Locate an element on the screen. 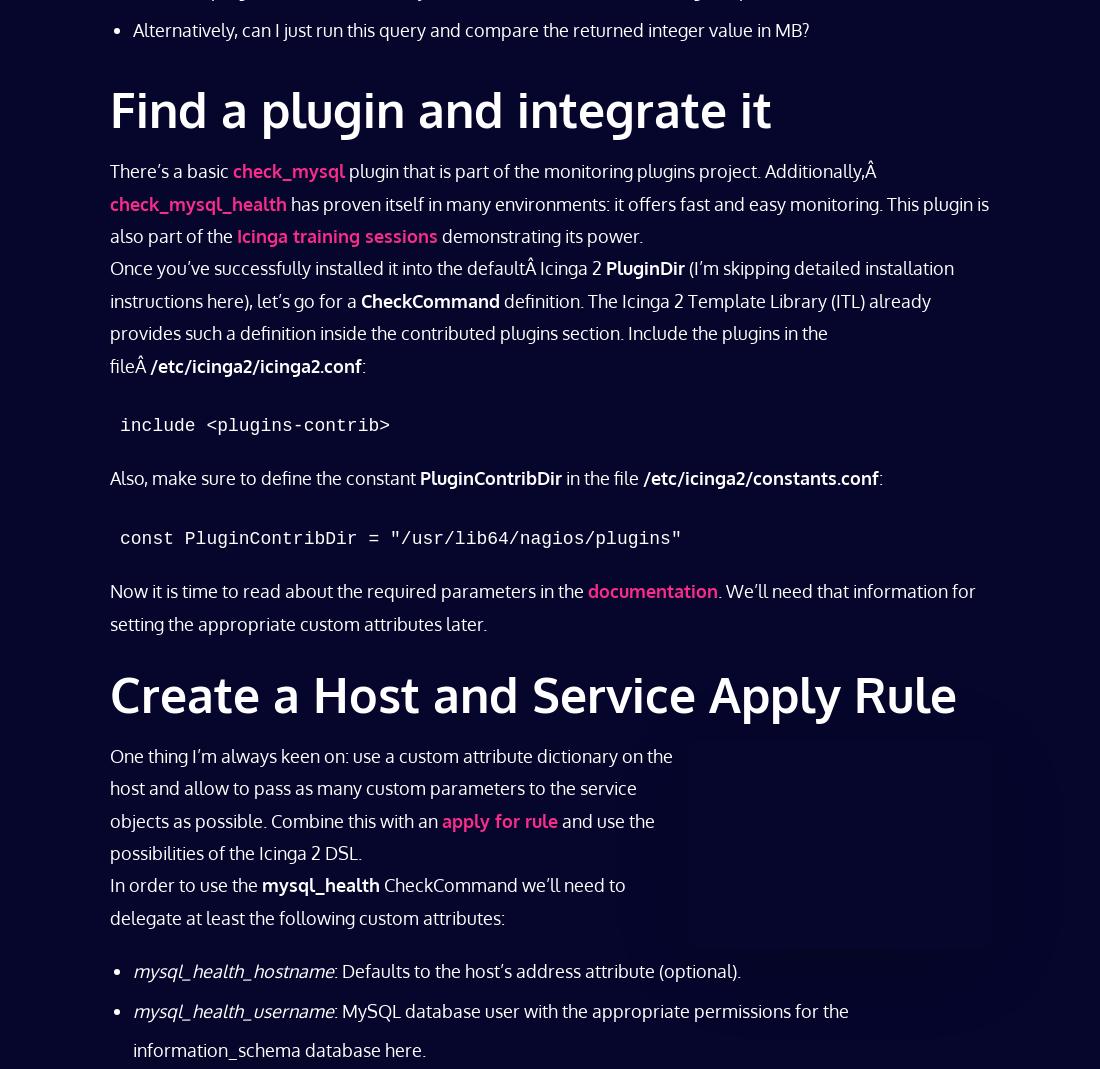  'PluginDir' is located at coordinates (645, 266).